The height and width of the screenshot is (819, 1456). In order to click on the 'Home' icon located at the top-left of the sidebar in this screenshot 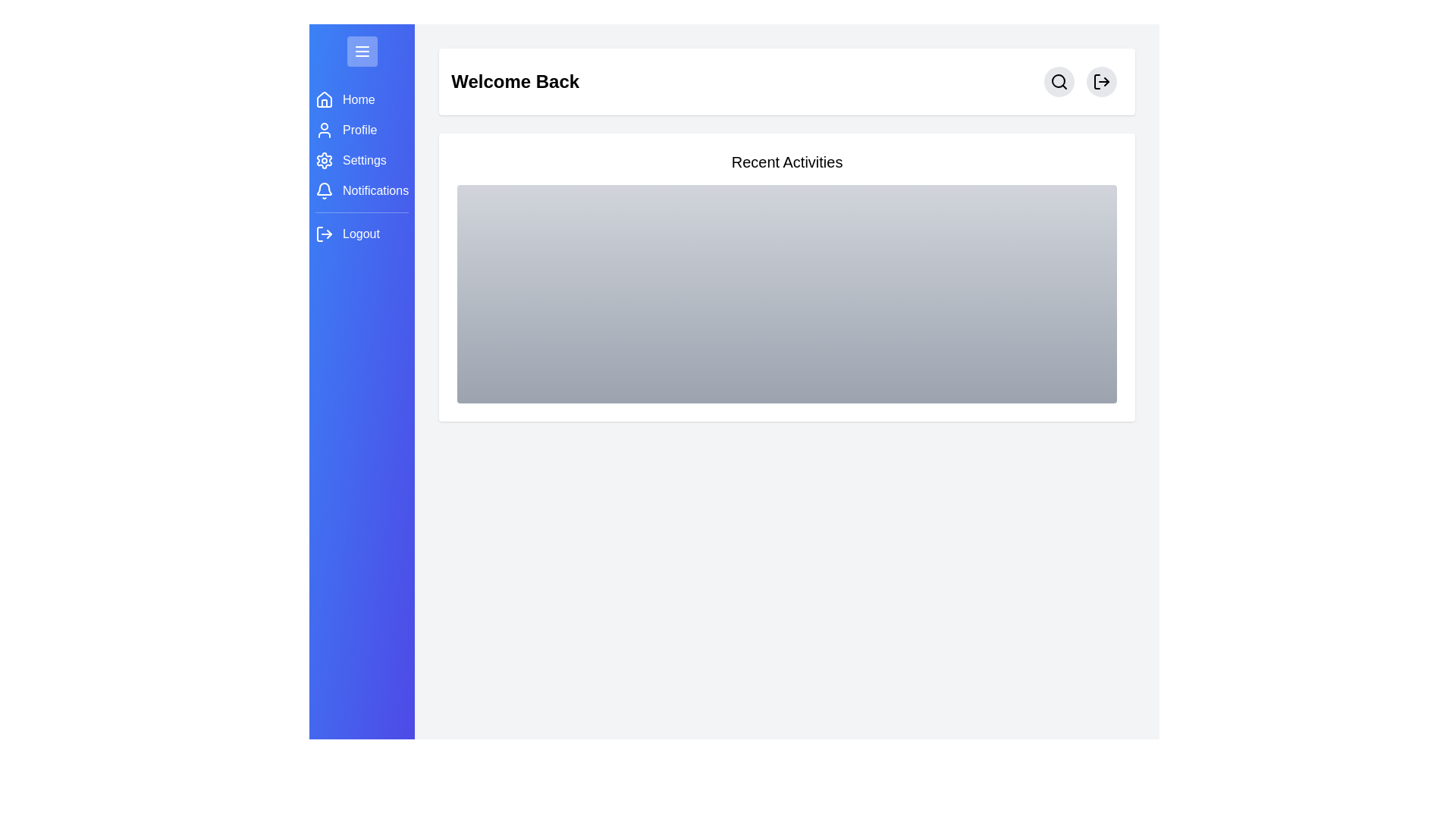, I will do `click(323, 99)`.